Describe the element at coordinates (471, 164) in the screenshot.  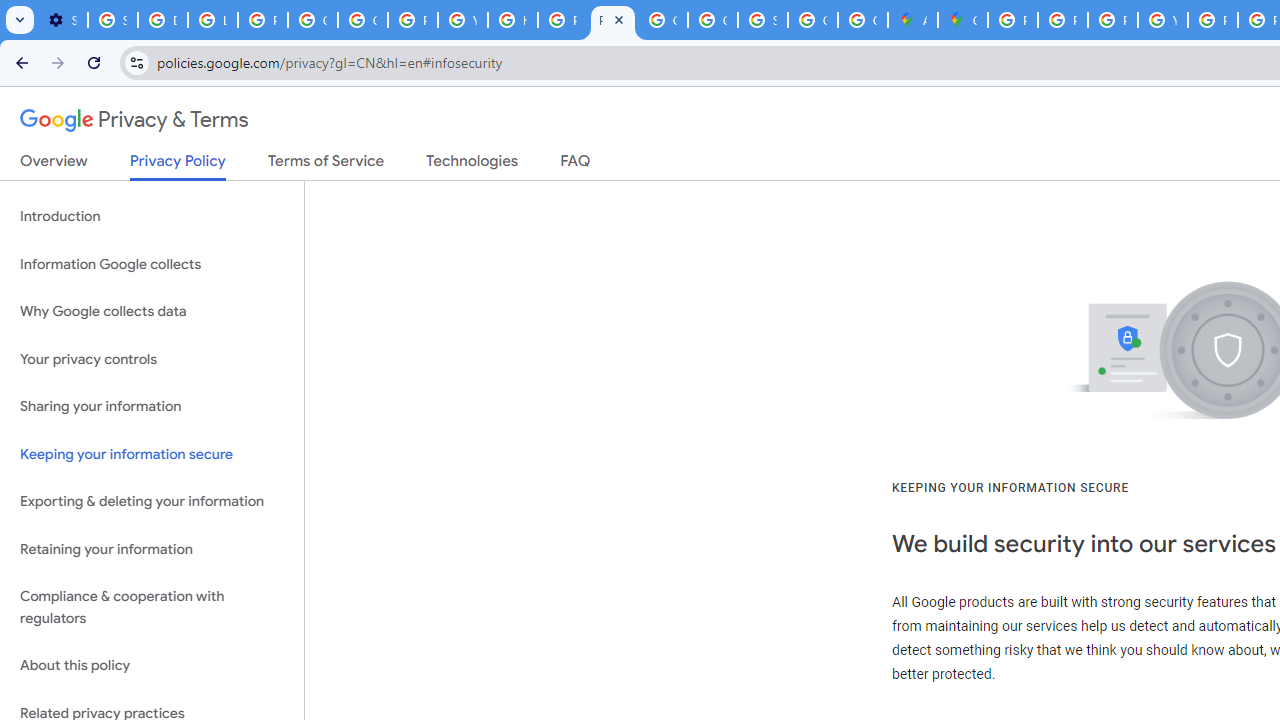
I see `'Technologies'` at that location.